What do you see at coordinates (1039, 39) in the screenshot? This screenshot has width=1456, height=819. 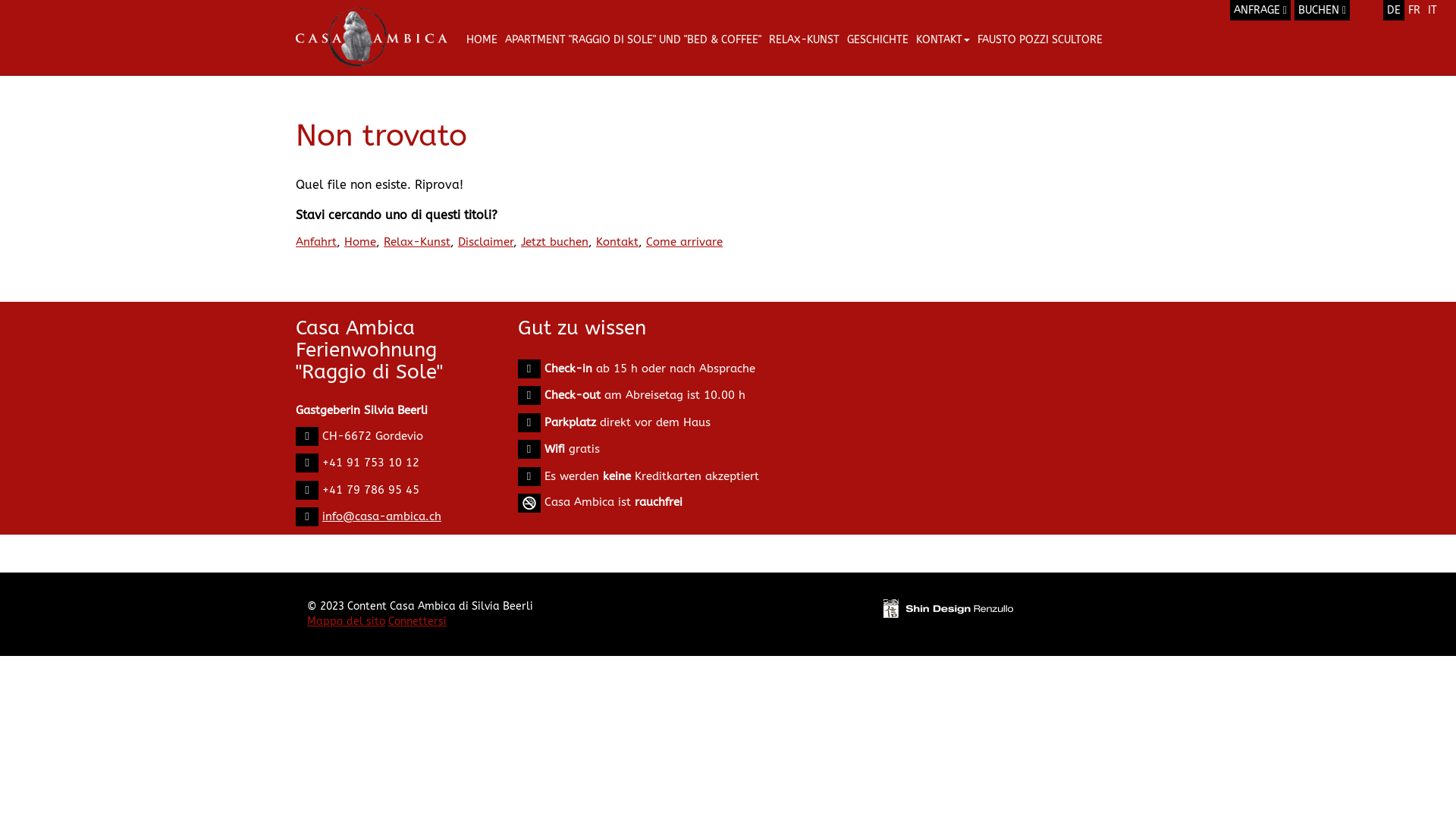 I see `'FAUSTO POZZI SCULTORE'` at bounding box center [1039, 39].